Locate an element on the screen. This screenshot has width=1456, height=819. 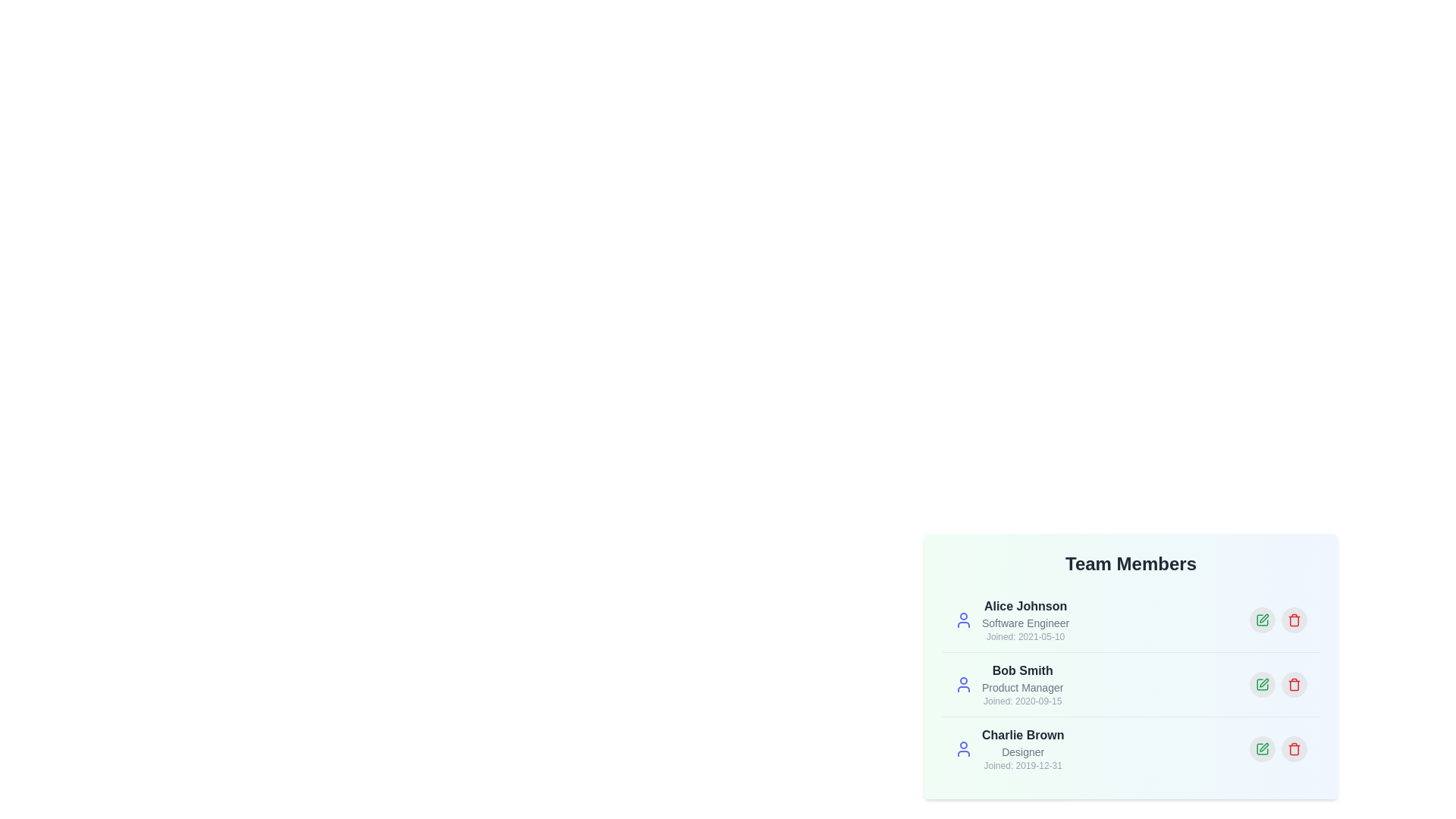
the profile of Bob Smith to highlight it is located at coordinates (1131, 684).